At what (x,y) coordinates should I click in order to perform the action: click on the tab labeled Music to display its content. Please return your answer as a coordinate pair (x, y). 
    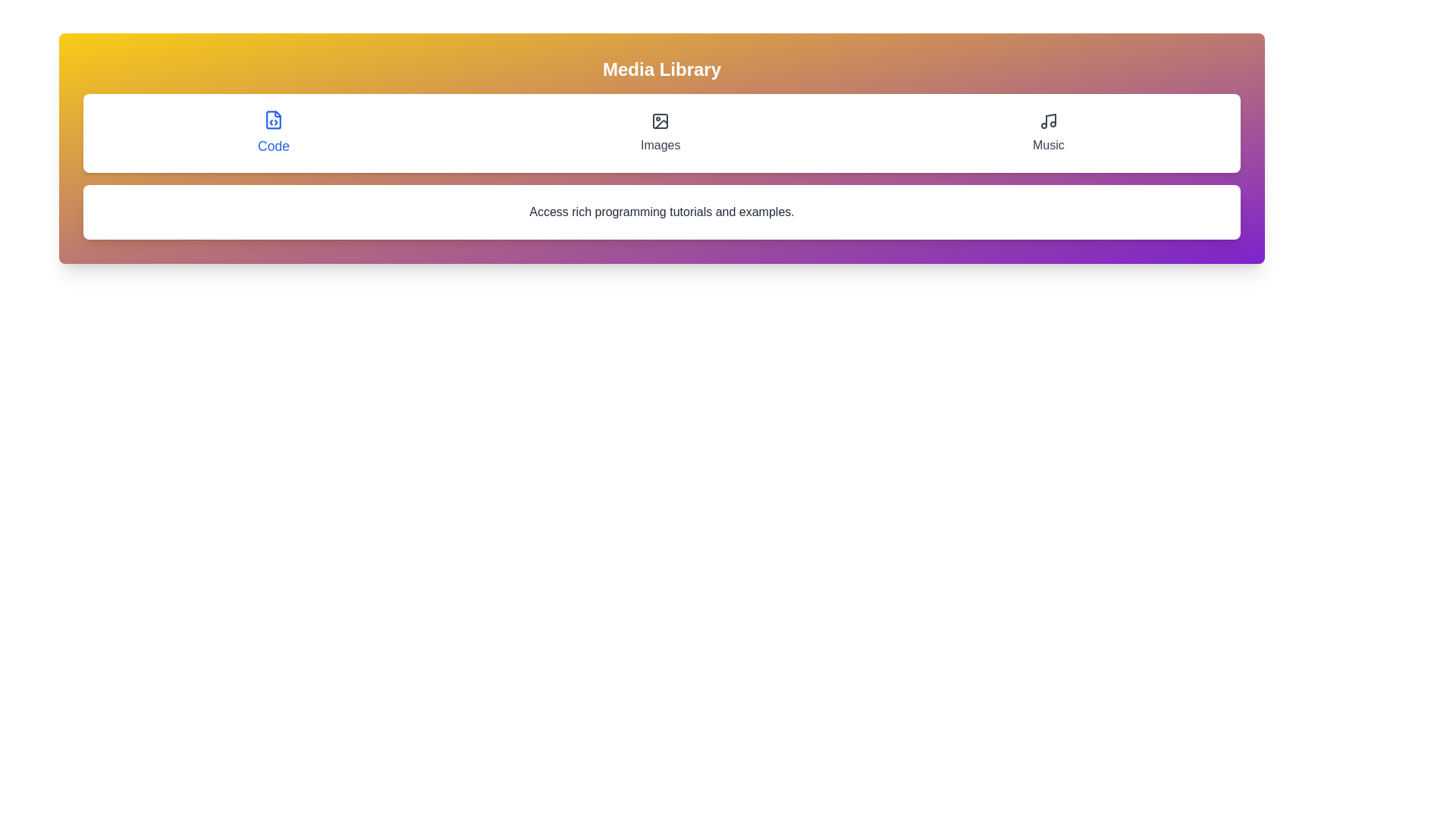
    Looking at the image, I should click on (1047, 133).